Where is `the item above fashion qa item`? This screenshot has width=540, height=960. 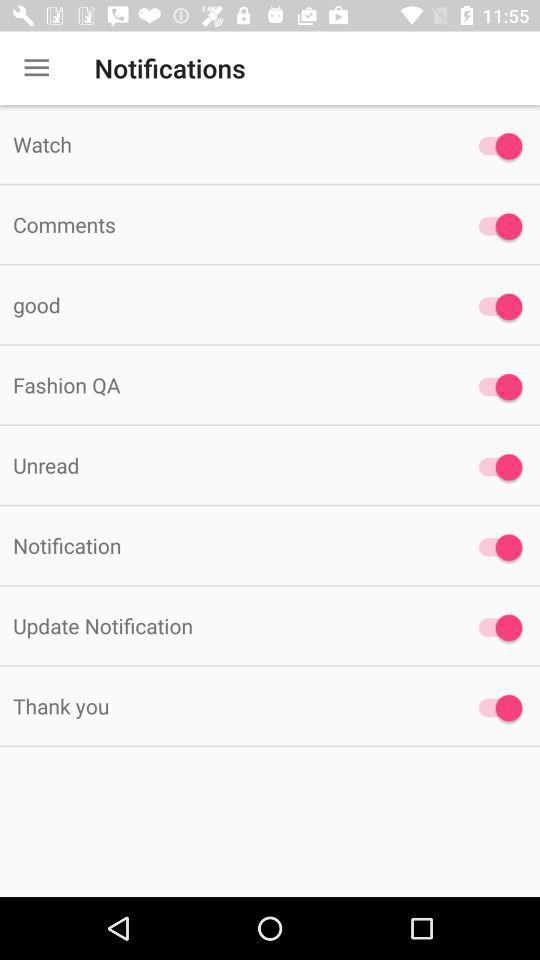
the item above fashion qa item is located at coordinates (224, 304).